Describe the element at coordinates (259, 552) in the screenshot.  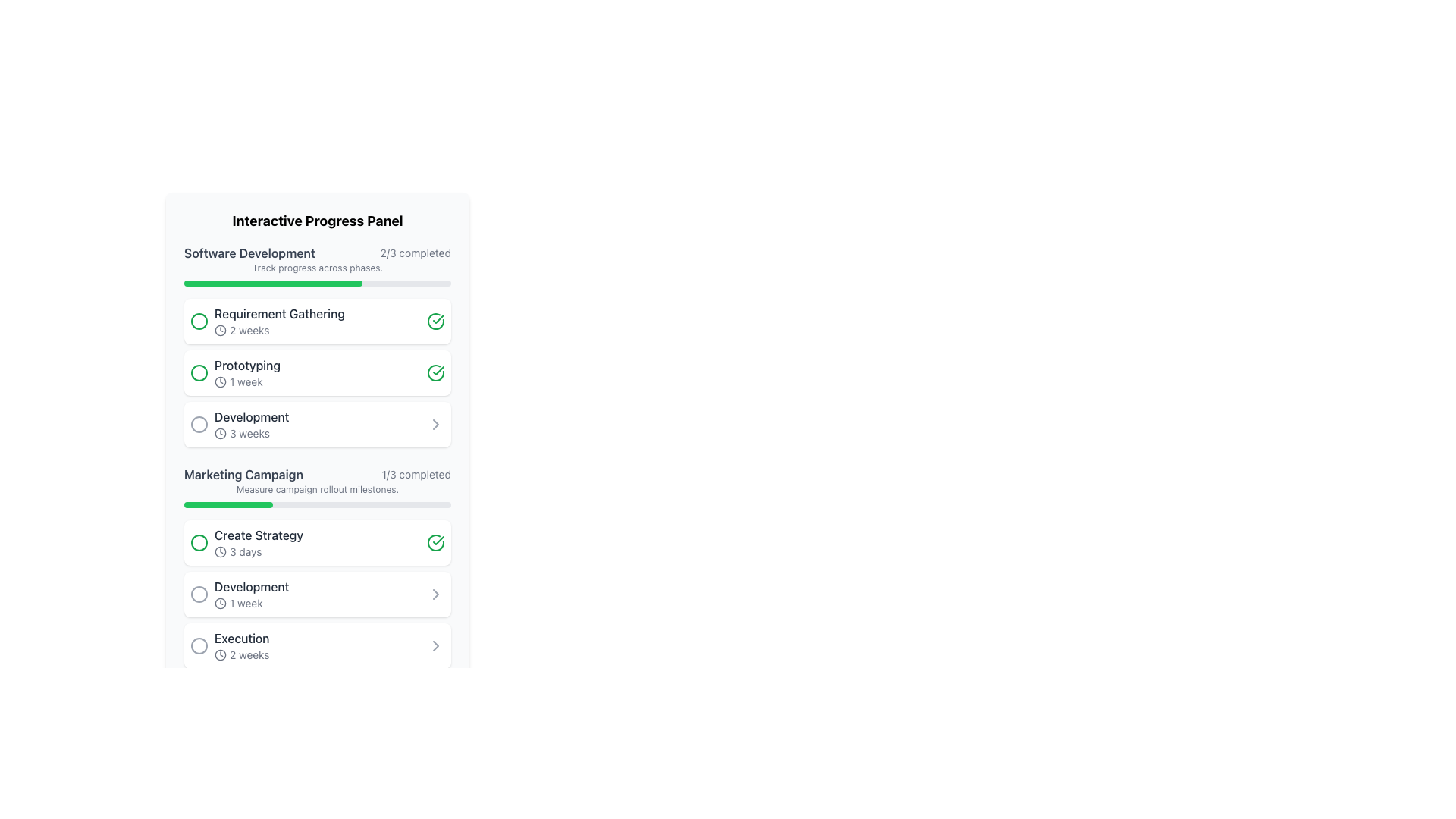
I see `the Text label with icon that indicates the time duration for 'Create Strategy', which shows '3 days', located in the lower section of the 'Create Strategy' item under the 'Marketing Campaign' category` at that location.